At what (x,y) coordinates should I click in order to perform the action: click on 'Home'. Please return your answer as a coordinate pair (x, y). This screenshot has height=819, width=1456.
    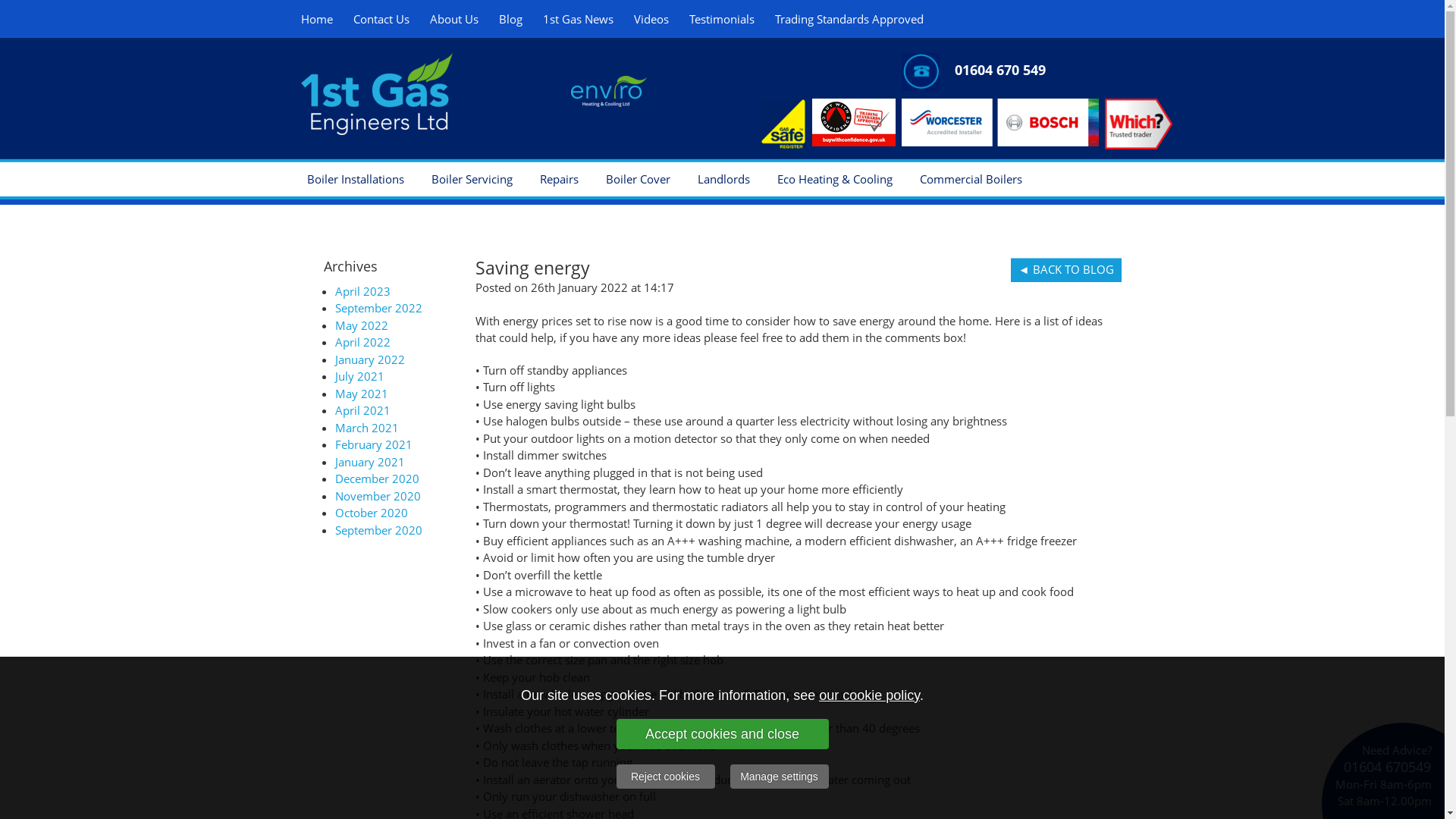
    Looking at the image, I should click on (315, 18).